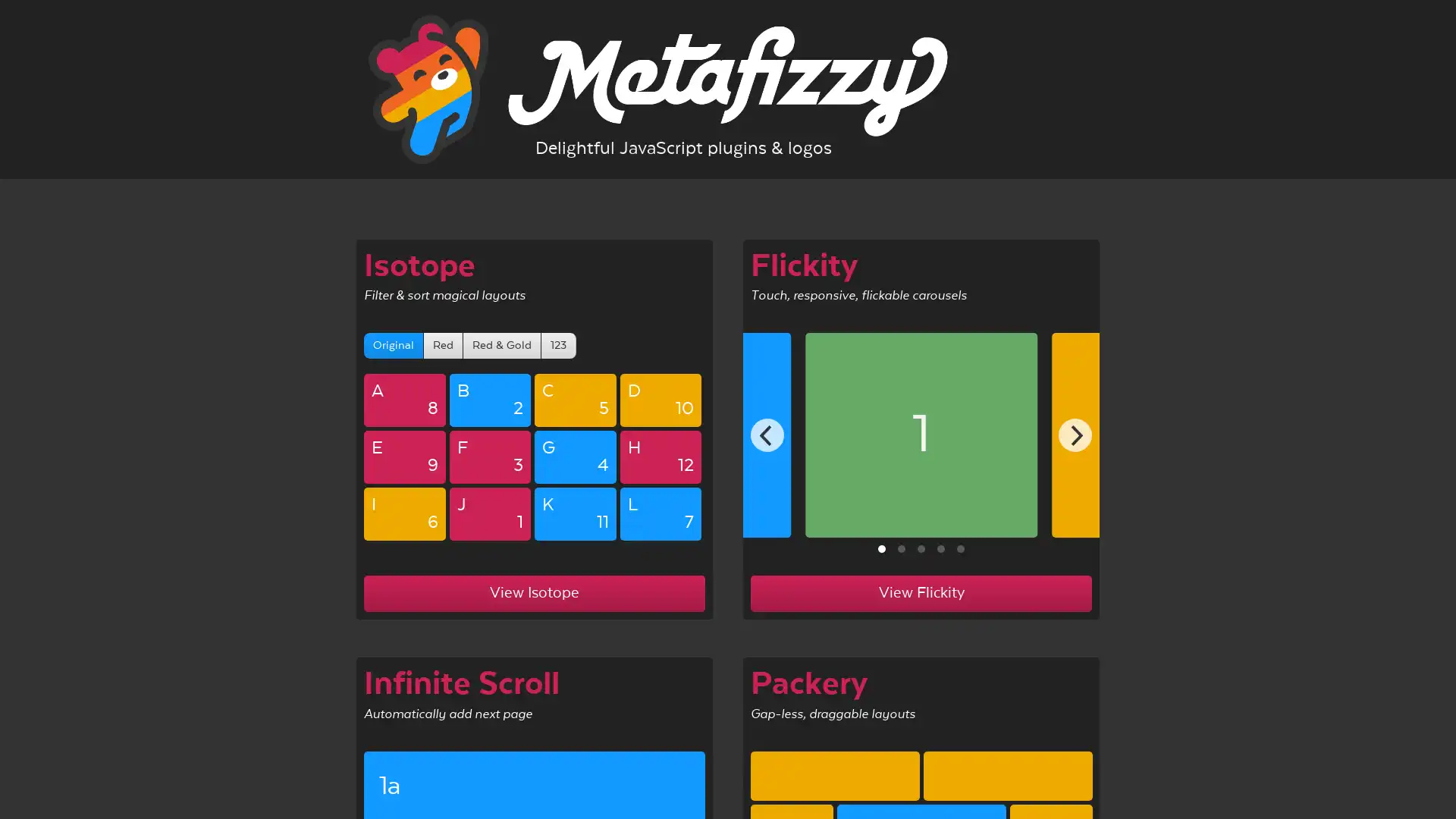  I want to click on Next, so click(1074, 435).